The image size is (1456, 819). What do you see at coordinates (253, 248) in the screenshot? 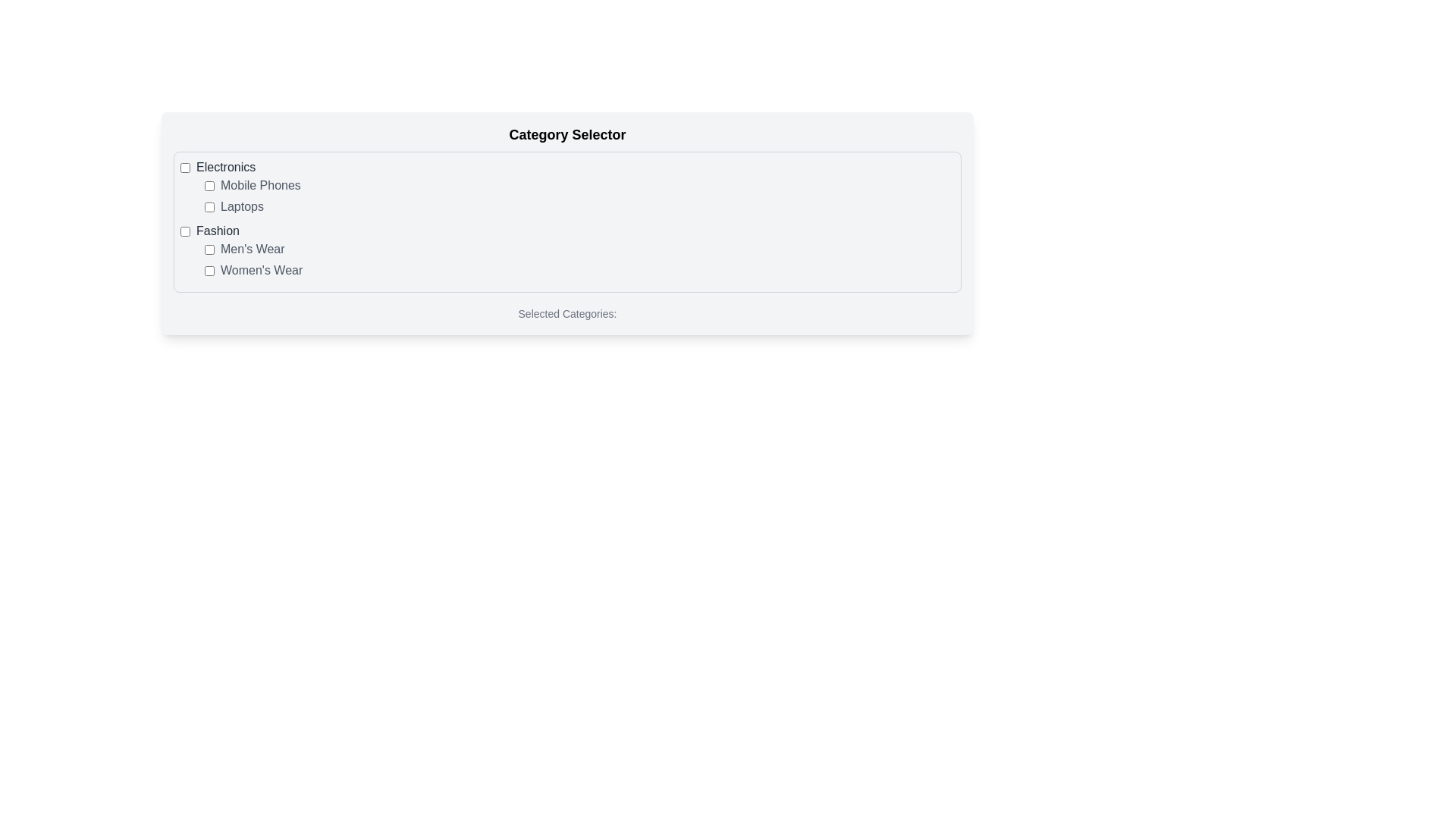
I see `the 'Men's Wear' label` at bounding box center [253, 248].